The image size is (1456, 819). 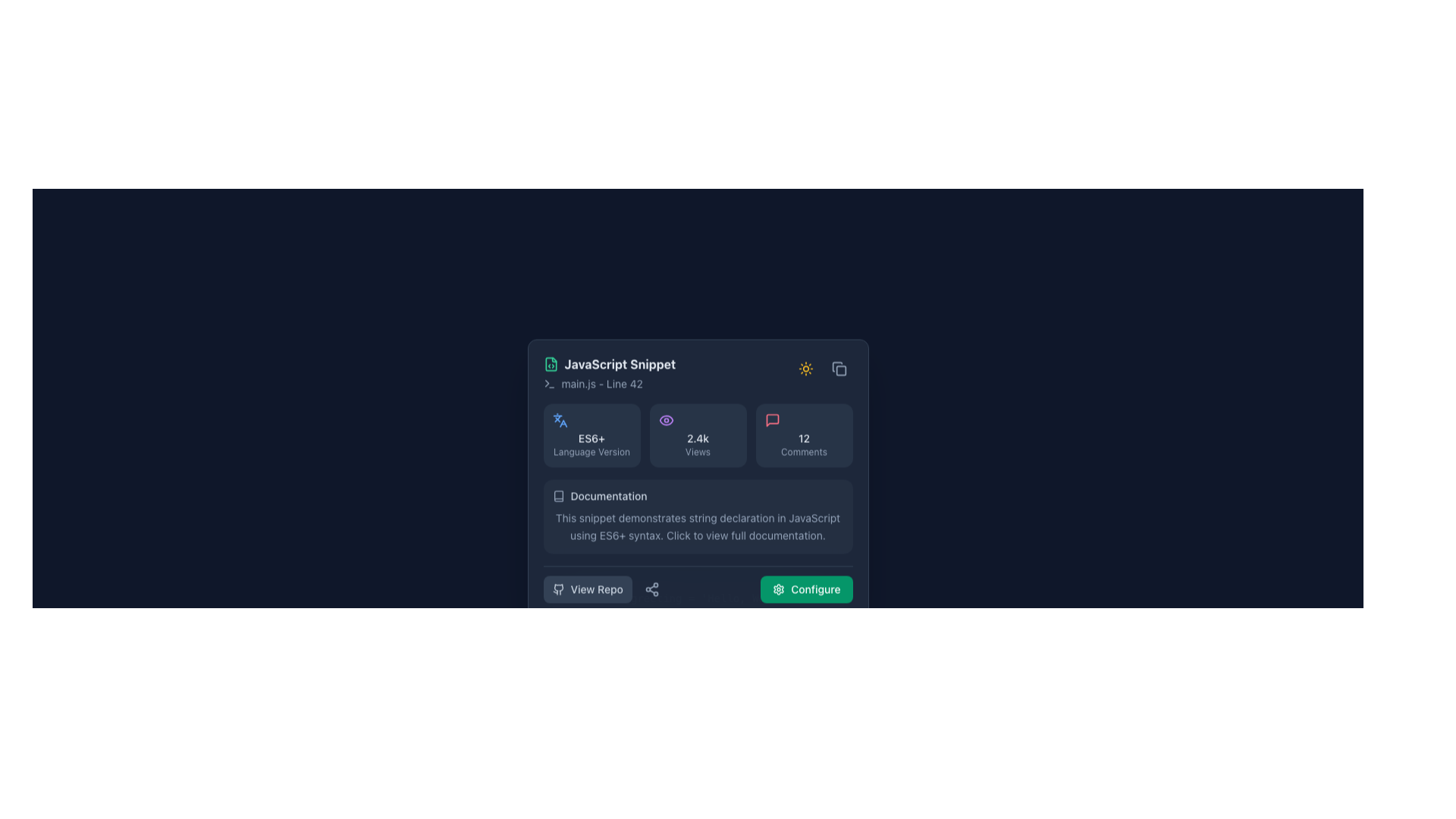 I want to click on the text label indicating the source file and line number of the code snippet located below the 'JavaScript Snippet' title, so click(x=609, y=383).